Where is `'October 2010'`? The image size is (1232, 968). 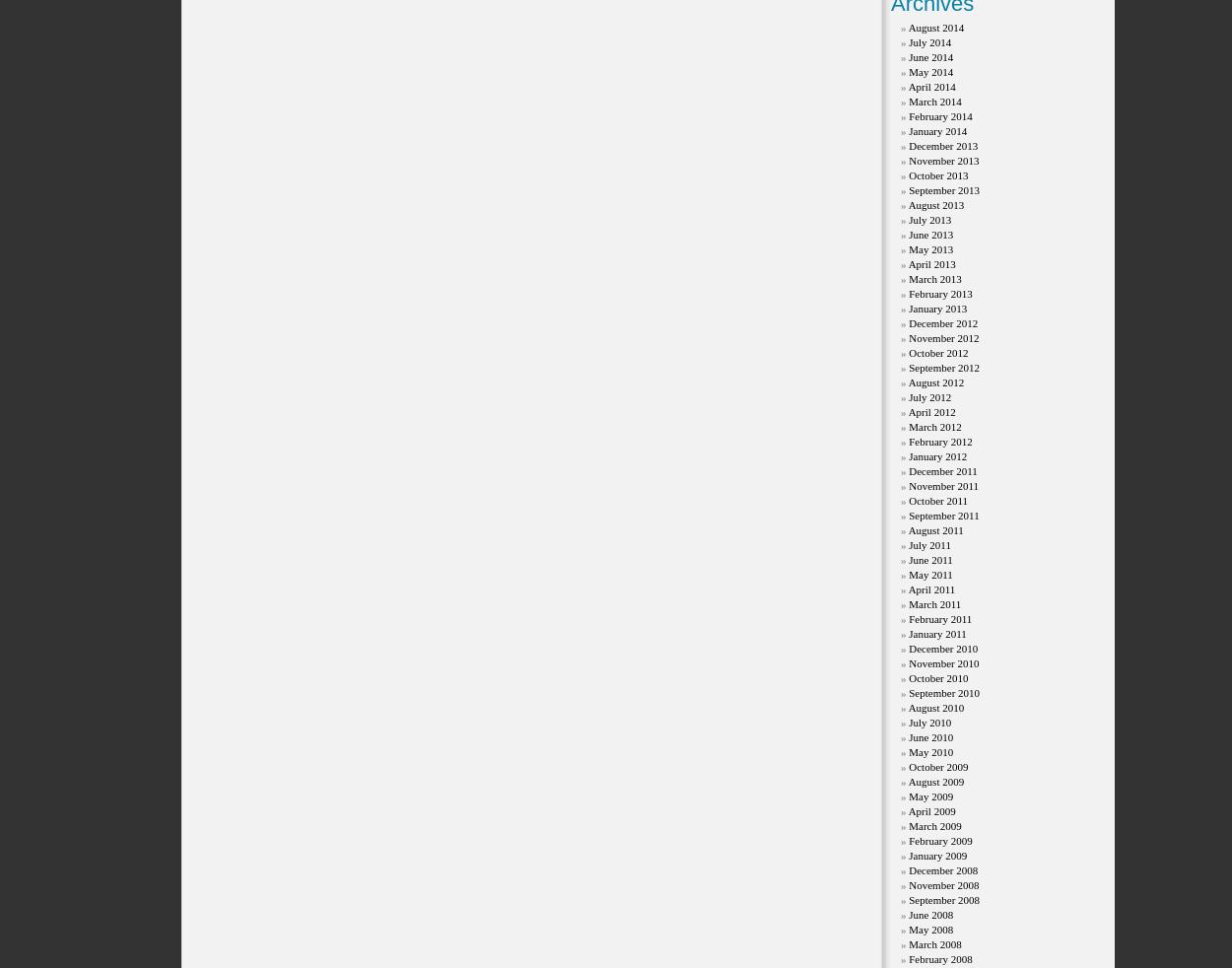
'October 2010' is located at coordinates (937, 676).